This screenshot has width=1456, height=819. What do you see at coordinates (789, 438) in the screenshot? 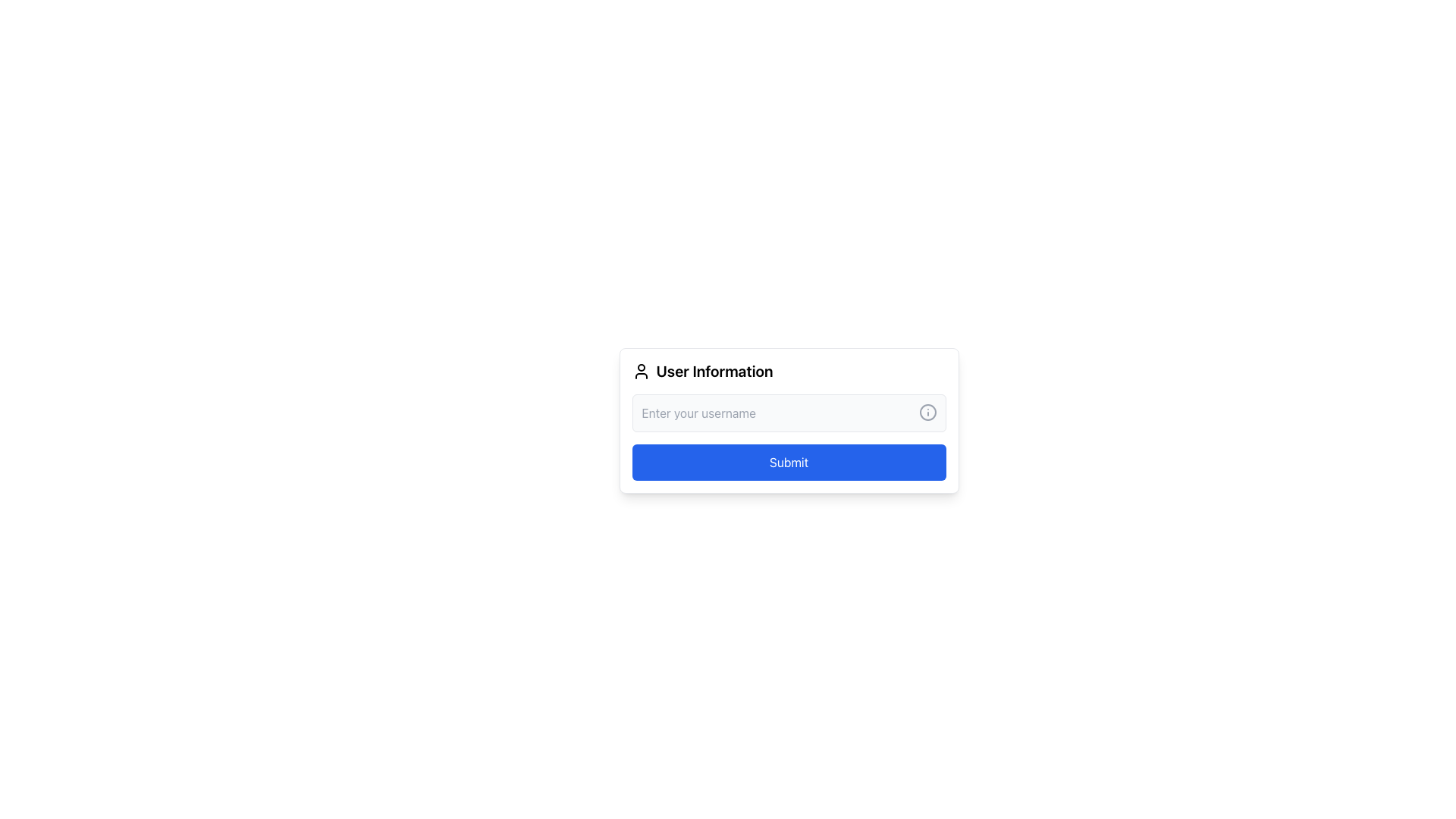
I see `the rectangular 'Submit' button with a blue background and white text located at the bottom of the 'User Information' card` at bounding box center [789, 438].